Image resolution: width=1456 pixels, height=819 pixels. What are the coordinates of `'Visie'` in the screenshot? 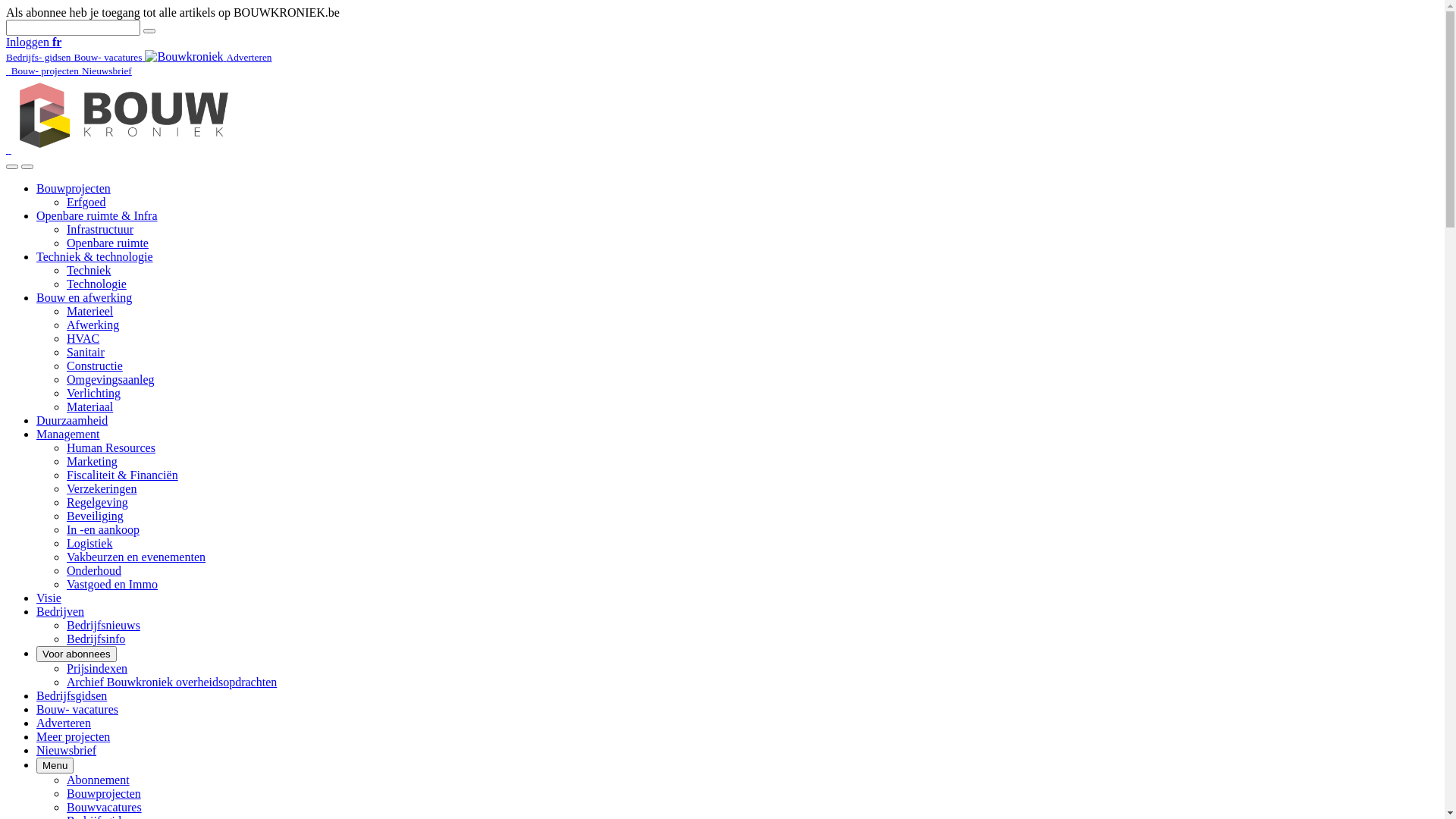 It's located at (49, 597).